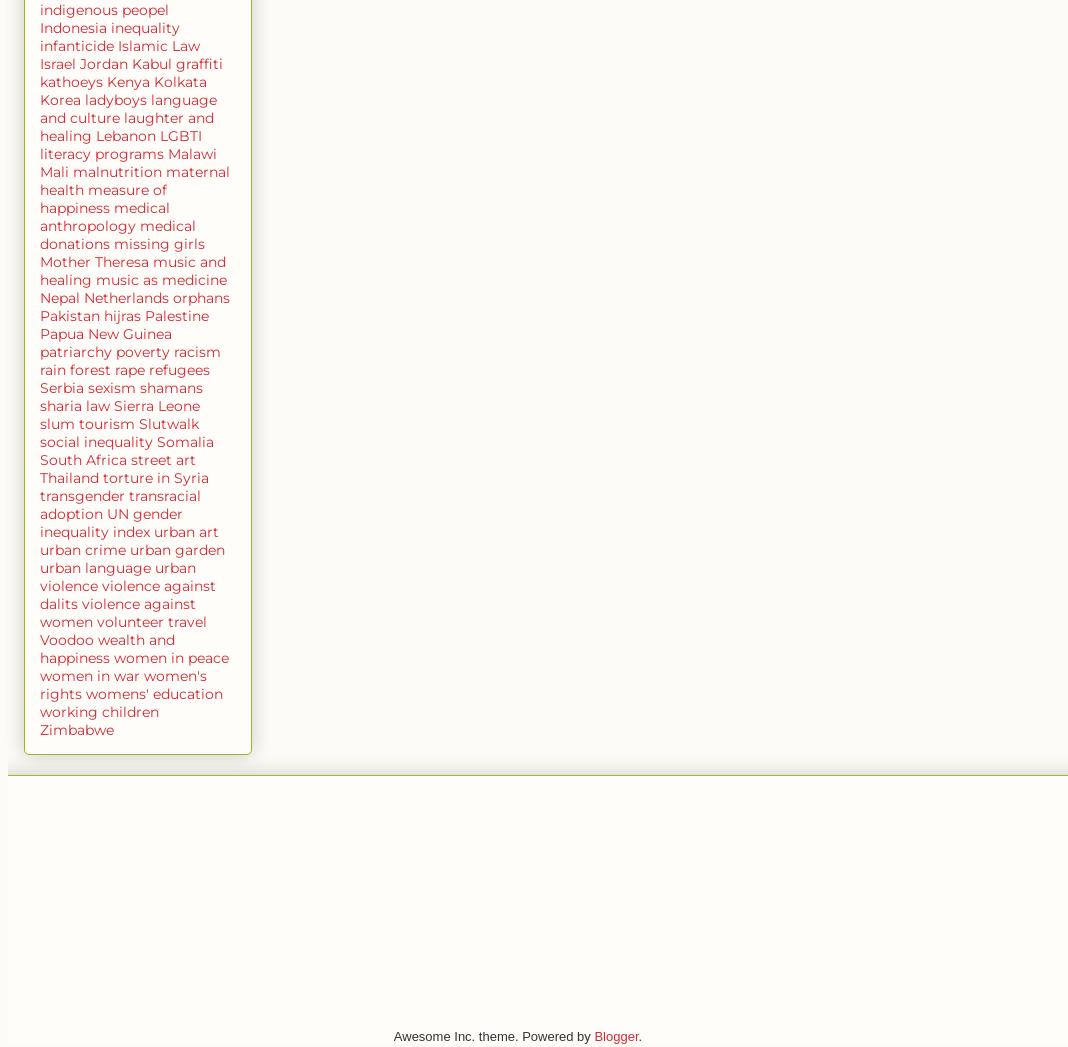 This screenshot has height=1047, width=1068. I want to click on 'medical anthropology', so click(103, 214).